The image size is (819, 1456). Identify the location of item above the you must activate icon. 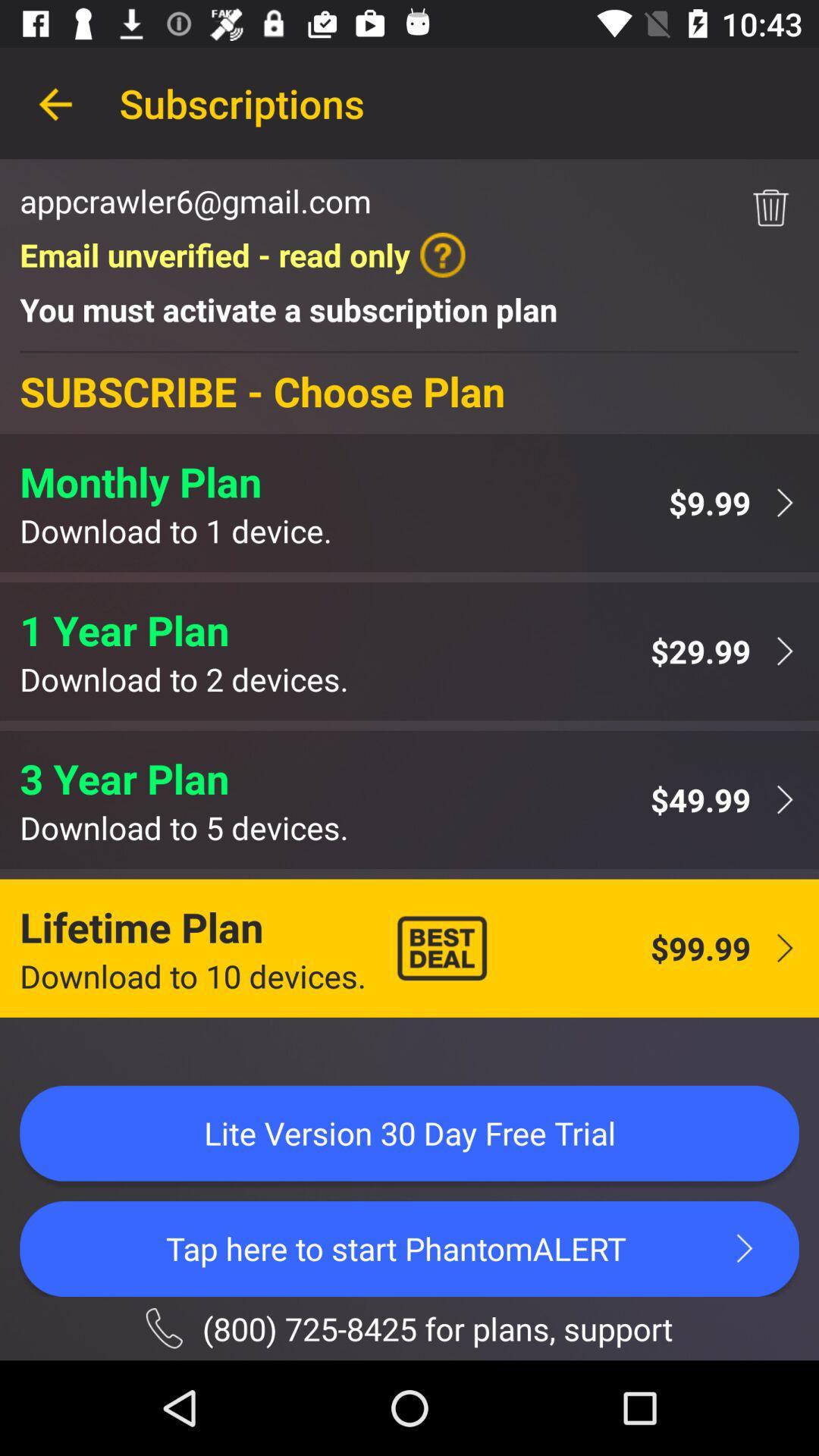
(241, 255).